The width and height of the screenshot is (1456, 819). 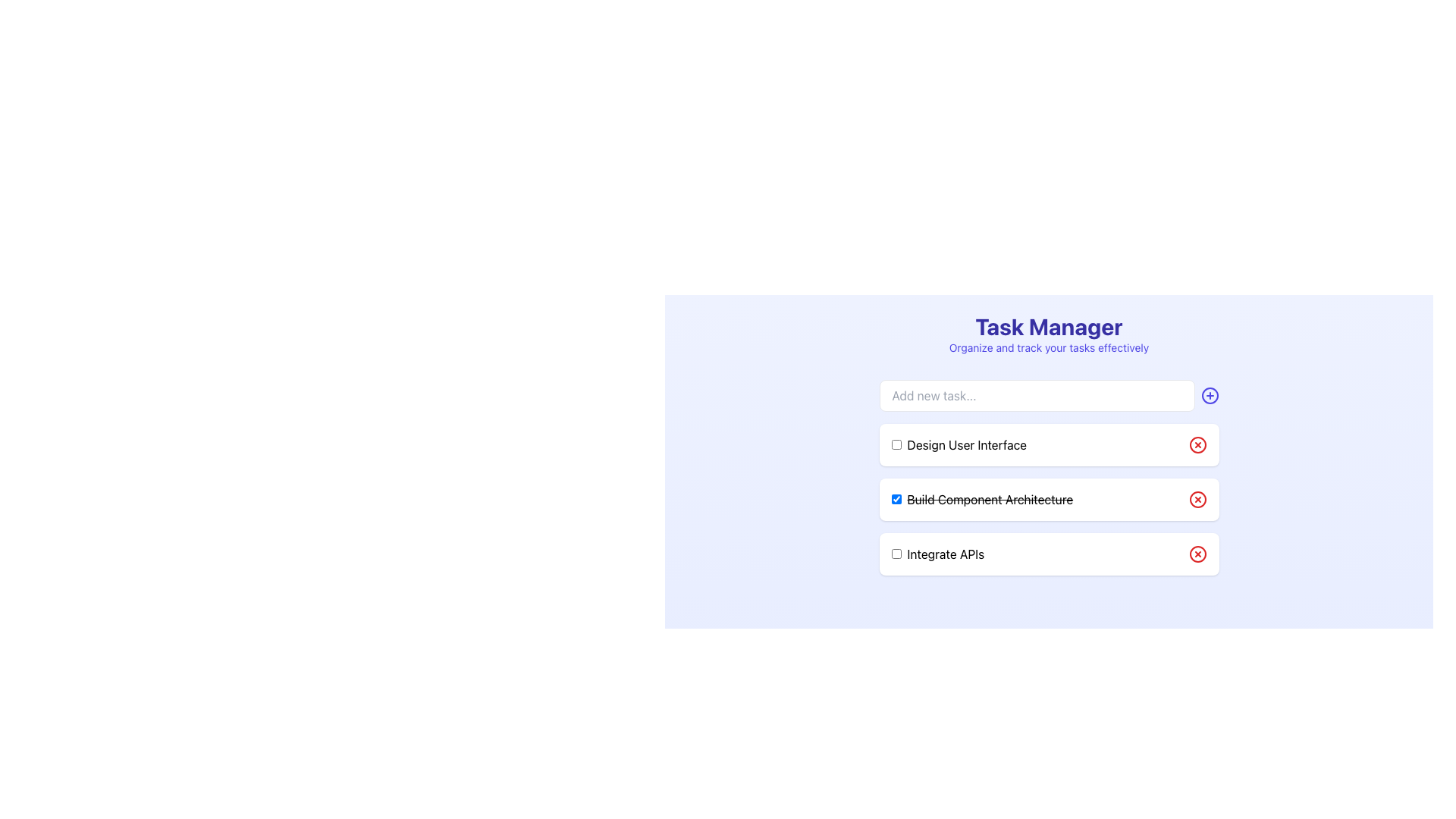 What do you see at coordinates (896, 444) in the screenshot?
I see `the checkbox for the task 'Design User Interface' located at the far left of the first task item in the task list` at bounding box center [896, 444].